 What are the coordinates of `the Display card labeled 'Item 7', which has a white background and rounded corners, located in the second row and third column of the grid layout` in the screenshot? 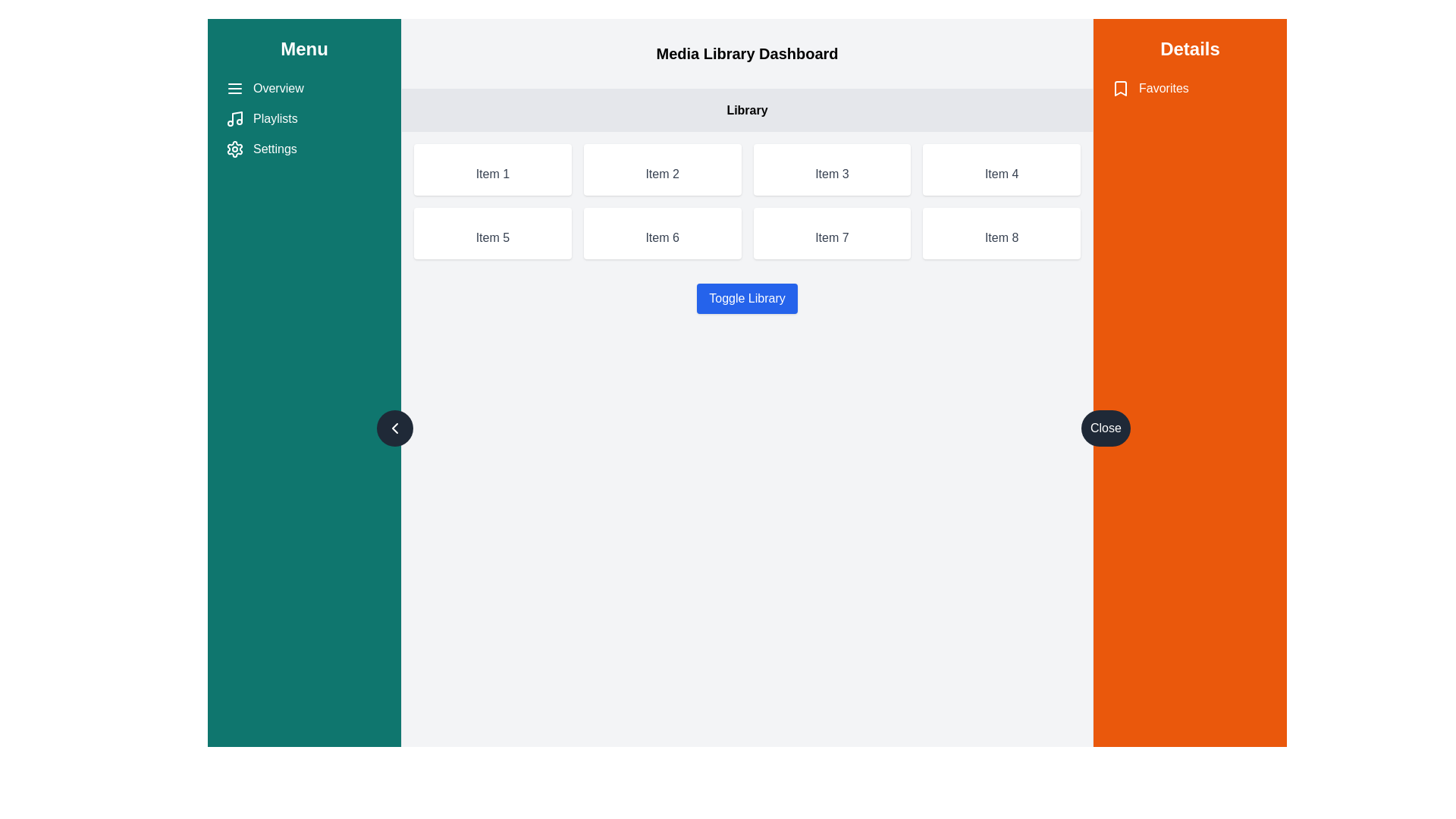 It's located at (831, 234).